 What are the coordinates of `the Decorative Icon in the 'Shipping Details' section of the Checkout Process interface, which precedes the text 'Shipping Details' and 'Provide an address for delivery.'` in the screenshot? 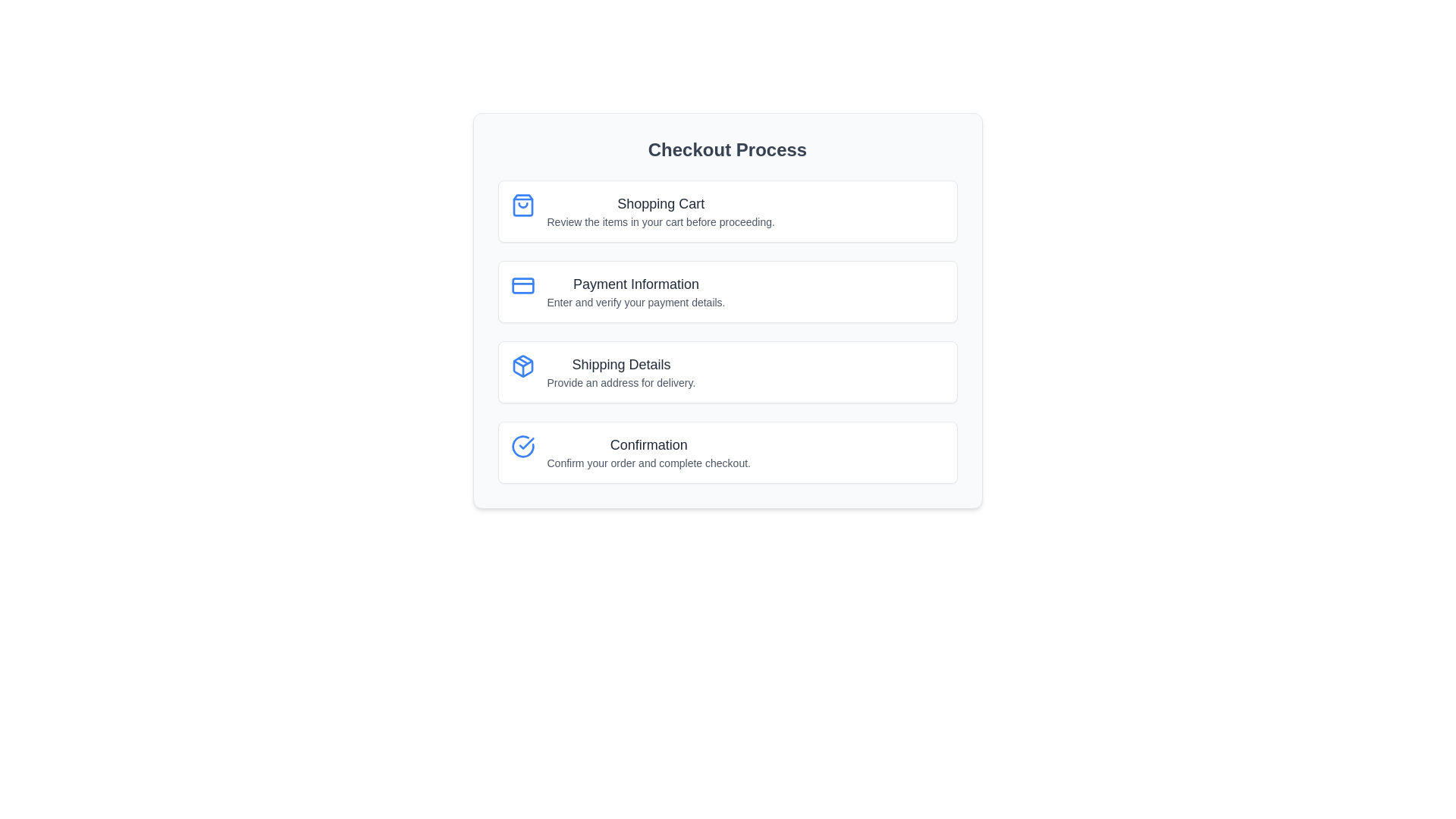 It's located at (522, 366).